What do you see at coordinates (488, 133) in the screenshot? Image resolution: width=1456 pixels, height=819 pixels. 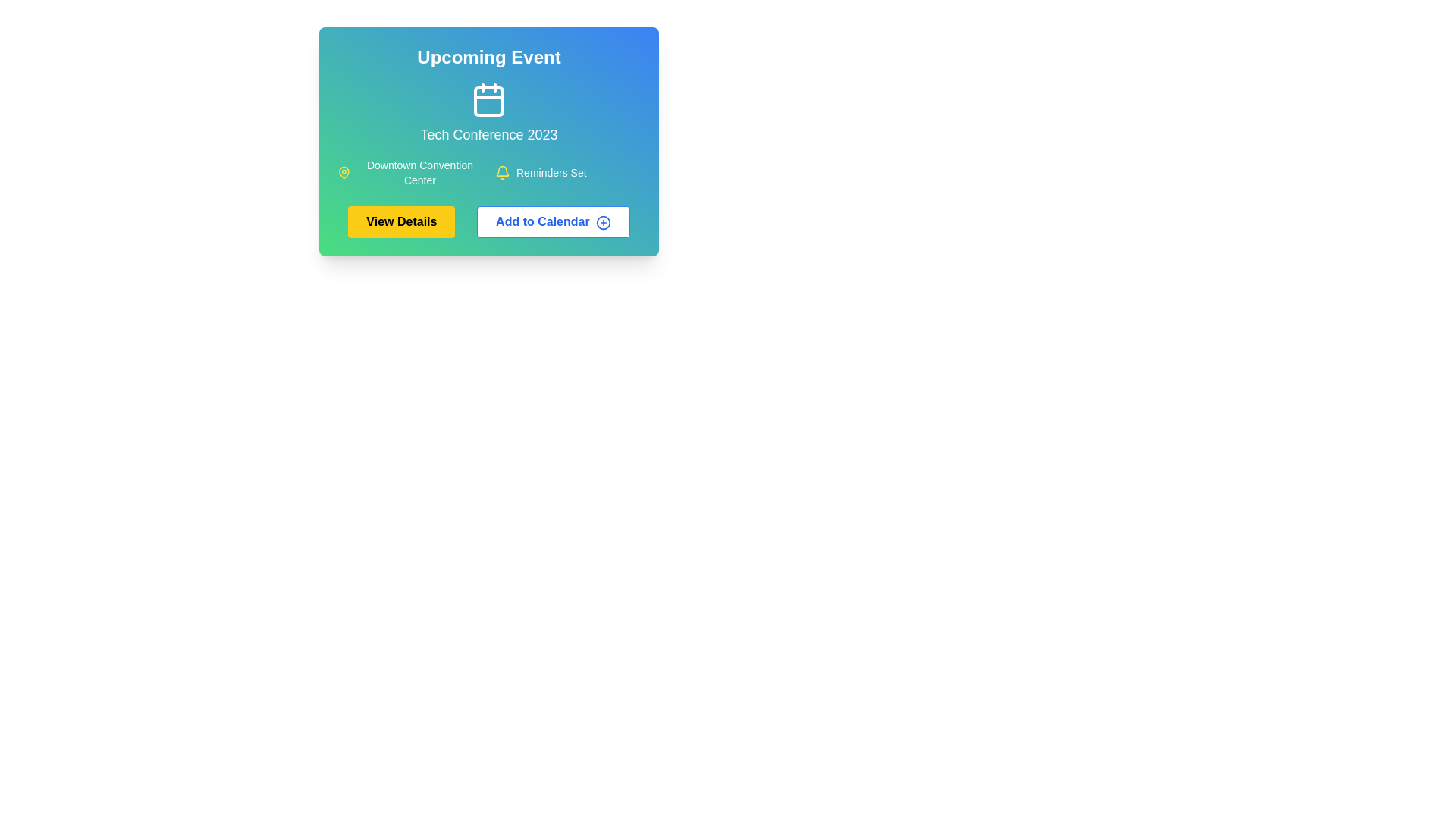 I see `the text label displaying 'Tech Conference 2023', which is positioned centrally below a calendar icon and above the buttons 'View Details' and 'Add to Calendar'` at bounding box center [488, 133].